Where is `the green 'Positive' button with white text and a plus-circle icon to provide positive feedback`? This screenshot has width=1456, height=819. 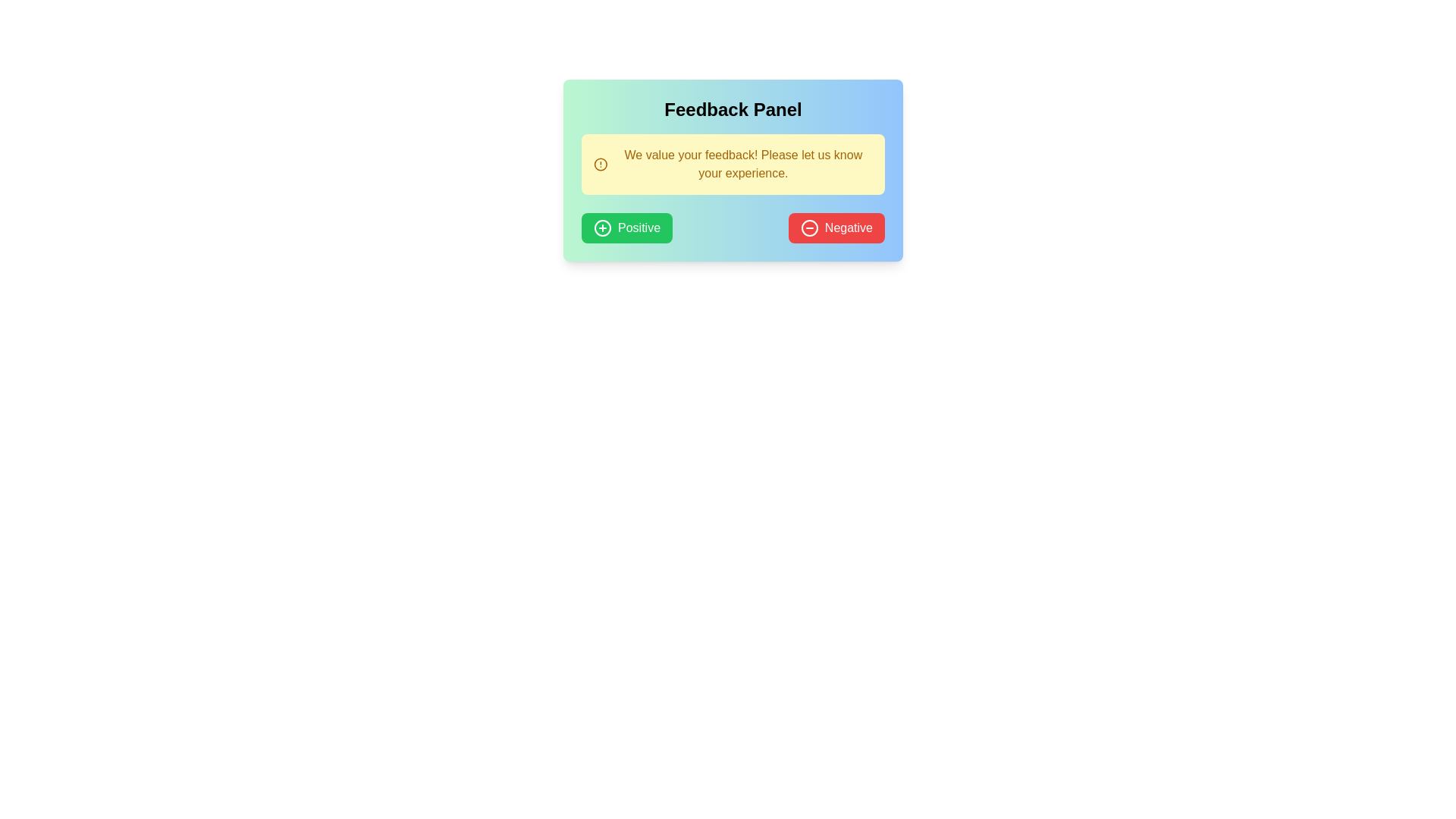
the green 'Positive' button with white text and a plus-circle icon to provide positive feedback is located at coordinates (626, 227).